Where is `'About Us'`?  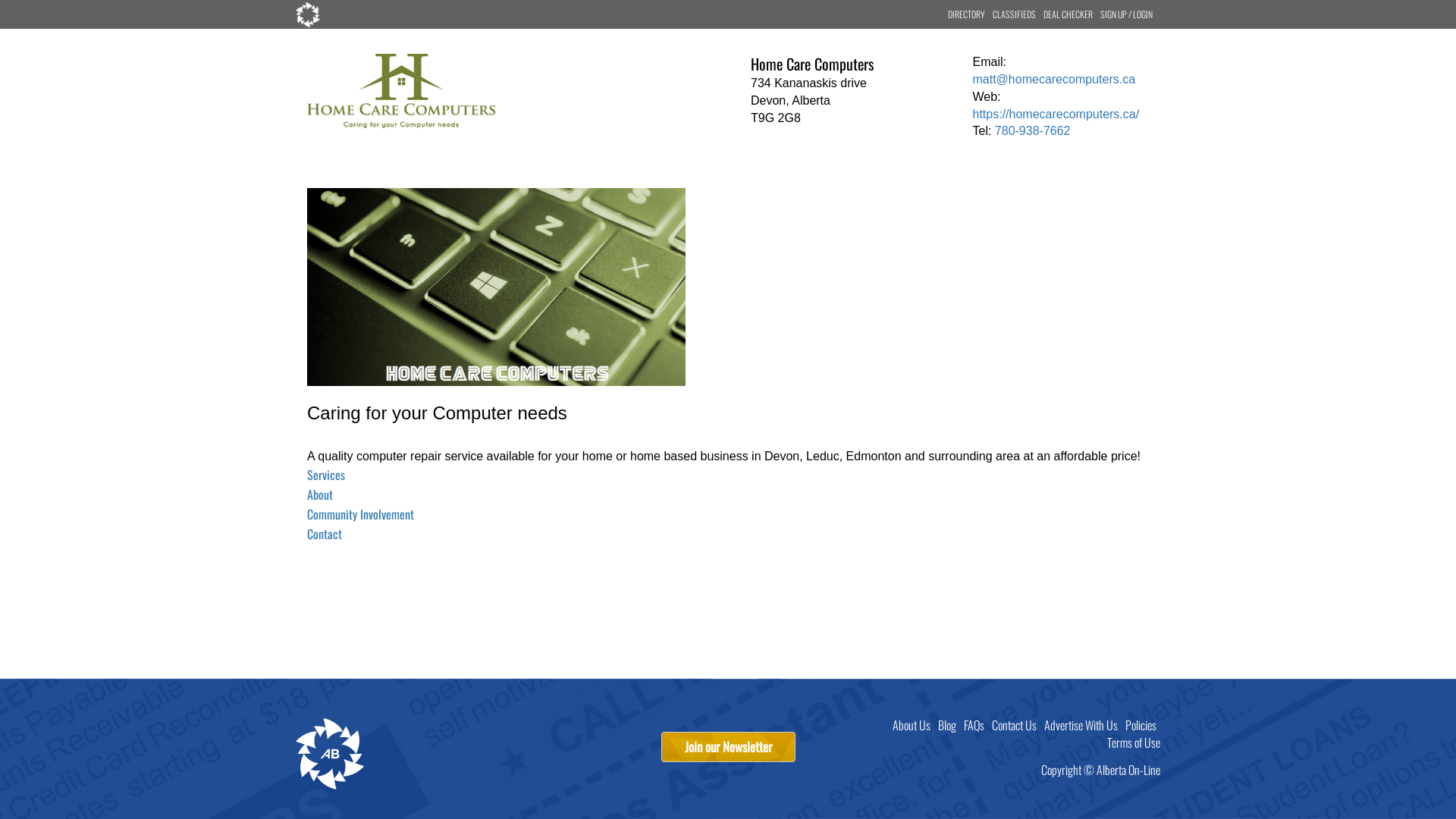
'About Us' is located at coordinates (910, 724).